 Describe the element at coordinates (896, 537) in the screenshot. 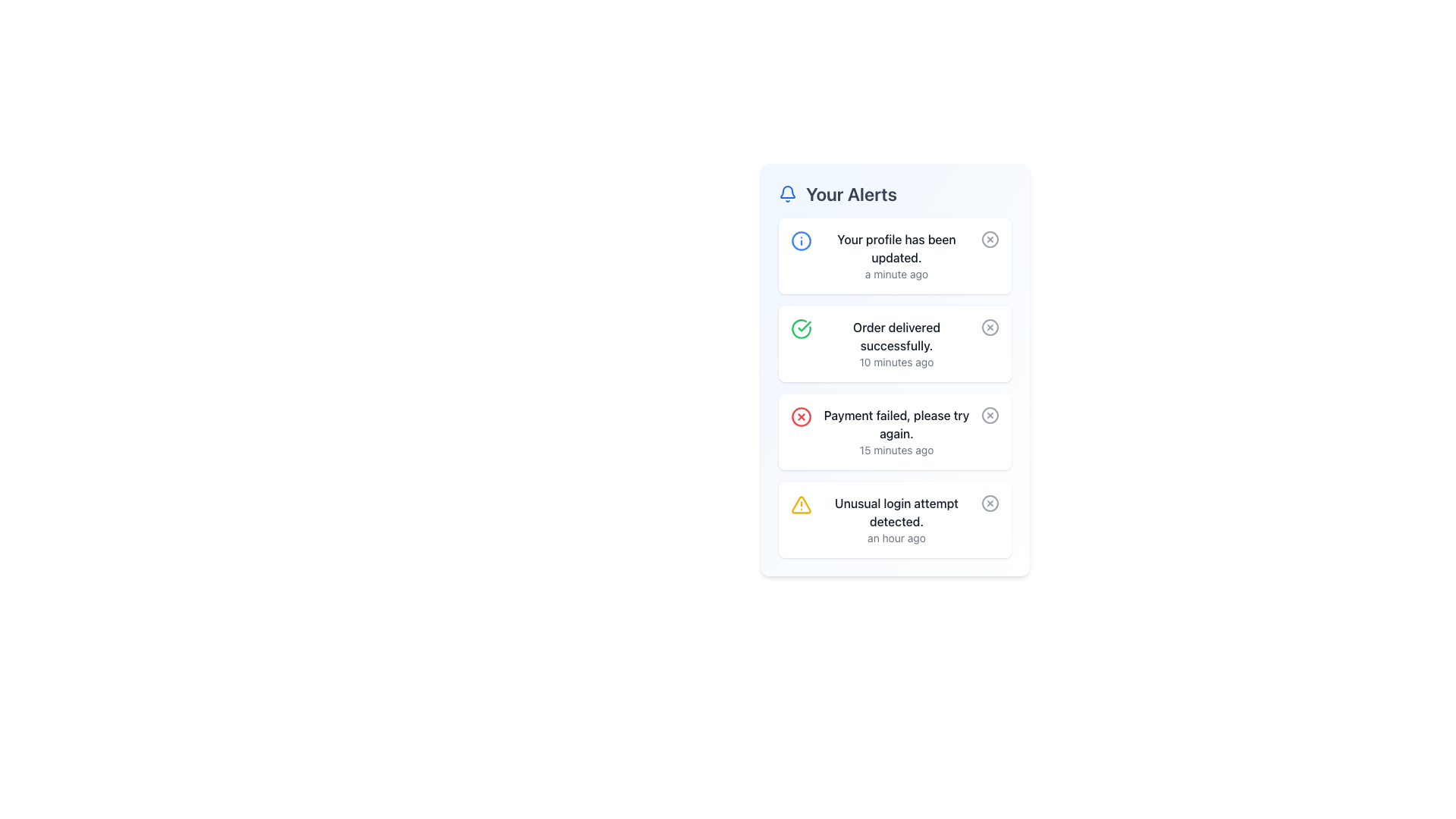

I see `time information displayed as 'an hour ago' located below the bold notification message 'Unusual login attempt detected.'` at that location.